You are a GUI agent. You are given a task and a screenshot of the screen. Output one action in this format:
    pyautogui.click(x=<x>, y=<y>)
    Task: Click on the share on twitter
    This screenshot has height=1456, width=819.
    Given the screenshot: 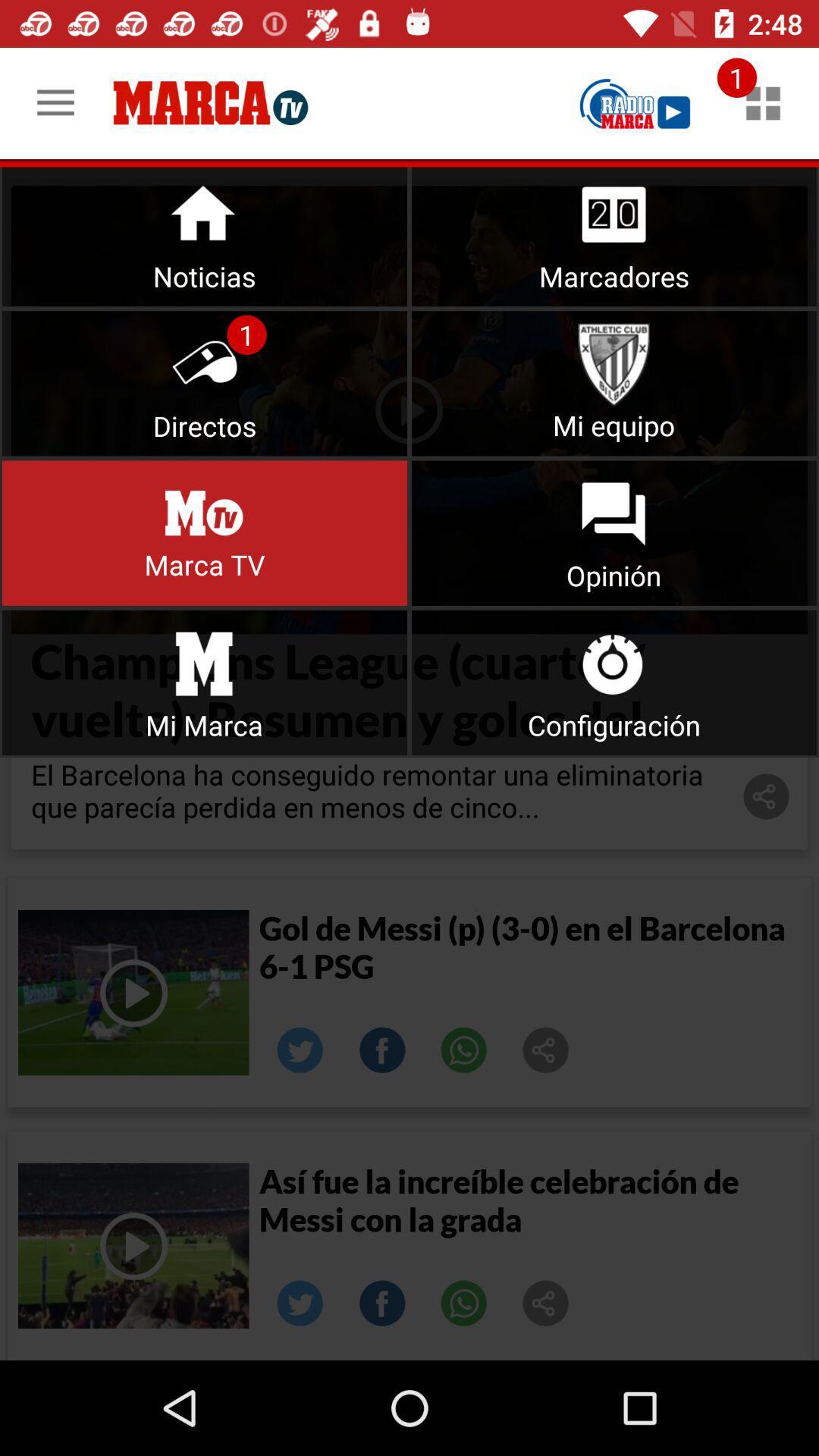 What is the action you would take?
    pyautogui.click(x=300, y=1302)
    